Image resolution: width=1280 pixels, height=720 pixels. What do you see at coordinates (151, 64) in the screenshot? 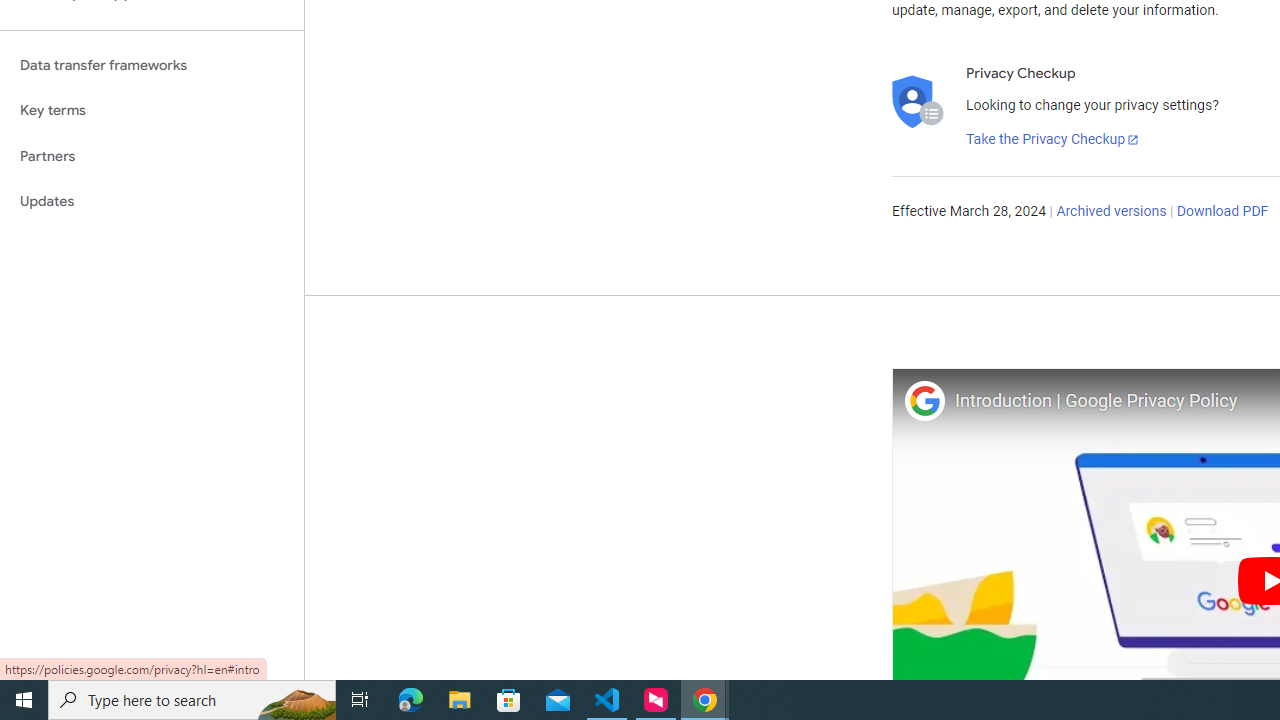
I see `'Data transfer frameworks'` at bounding box center [151, 64].